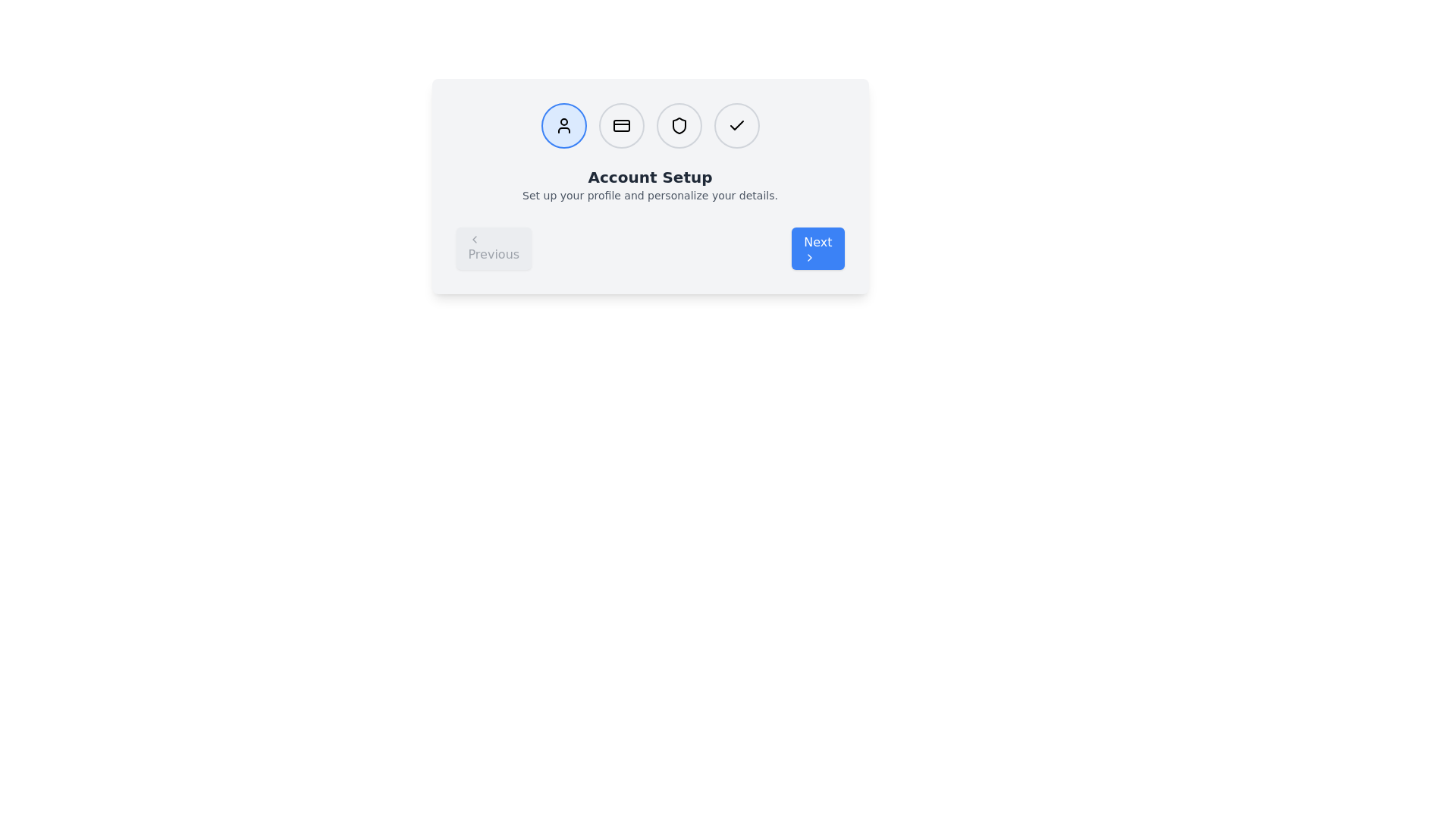 The height and width of the screenshot is (819, 1456). Describe the element at coordinates (563, 124) in the screenshot. I see `the first icon from the left in the setup interface panel` at that location.